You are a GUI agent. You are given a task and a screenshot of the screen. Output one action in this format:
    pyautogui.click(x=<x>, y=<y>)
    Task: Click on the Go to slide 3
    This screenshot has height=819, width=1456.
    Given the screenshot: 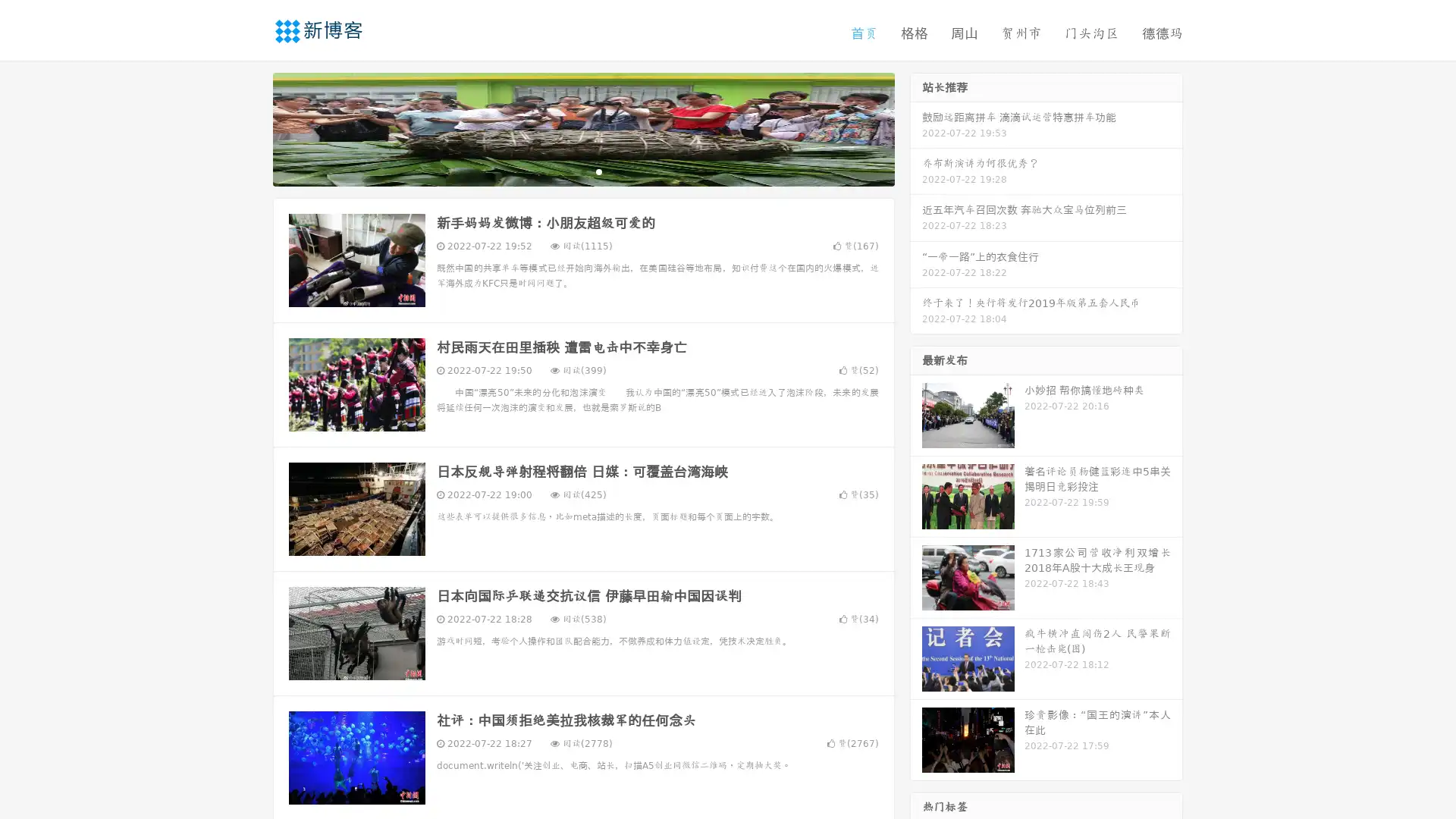 What is the action you would take?
    pyautogui.click(x=598, y=171)
    